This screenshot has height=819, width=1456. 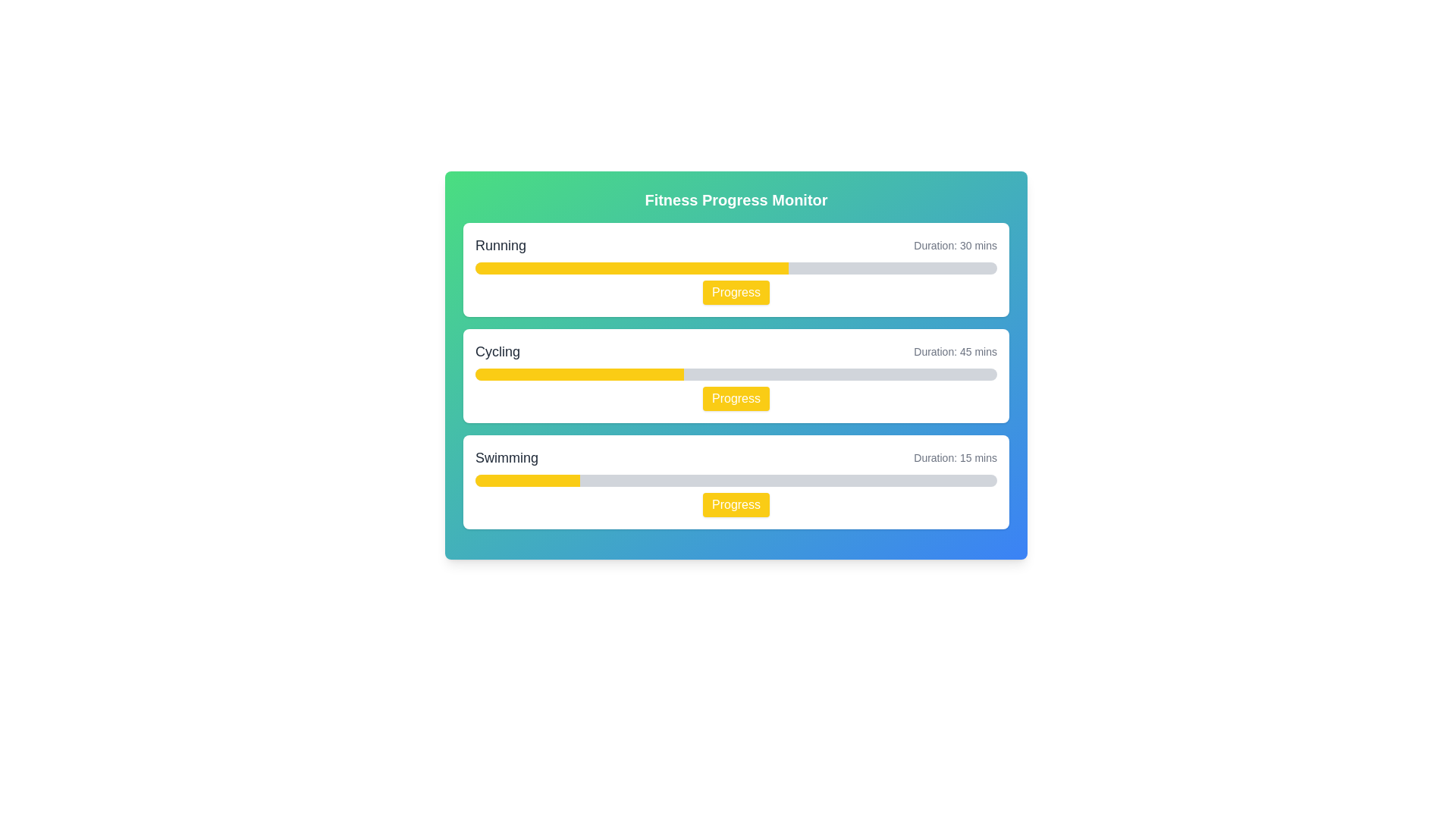 What do you see at coordinates (955, 245) in the screenshot?
I see `text displayed in the 'Running' section's duration label, which is positioned to the far right of the progress bar and the action button labeled 'Progress'` at bounding box center [955, 245].